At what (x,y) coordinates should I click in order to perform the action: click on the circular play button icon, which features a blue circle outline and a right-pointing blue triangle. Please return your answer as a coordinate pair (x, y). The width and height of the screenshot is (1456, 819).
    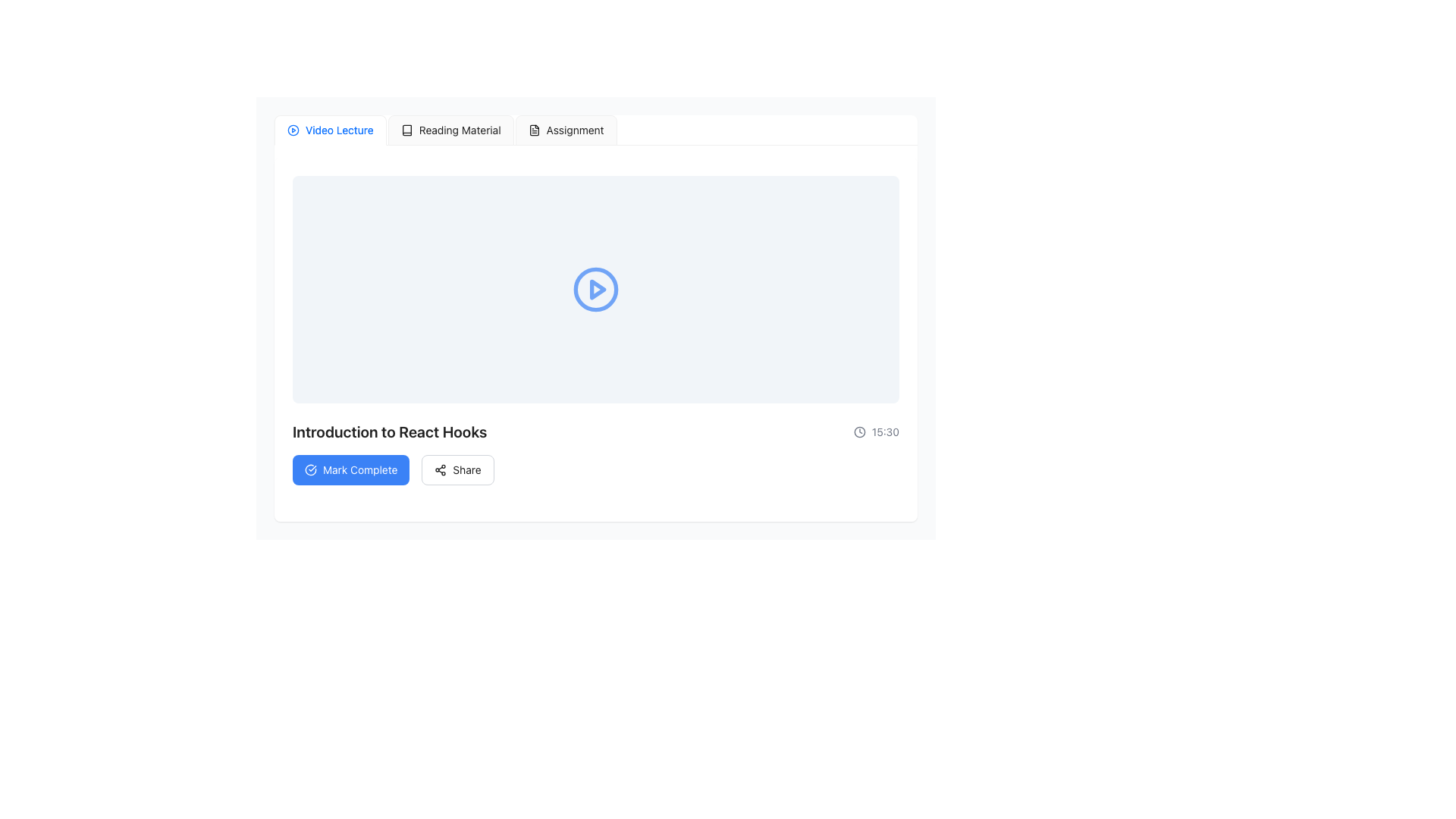
    Looking at the image, I should click on (595, 289).